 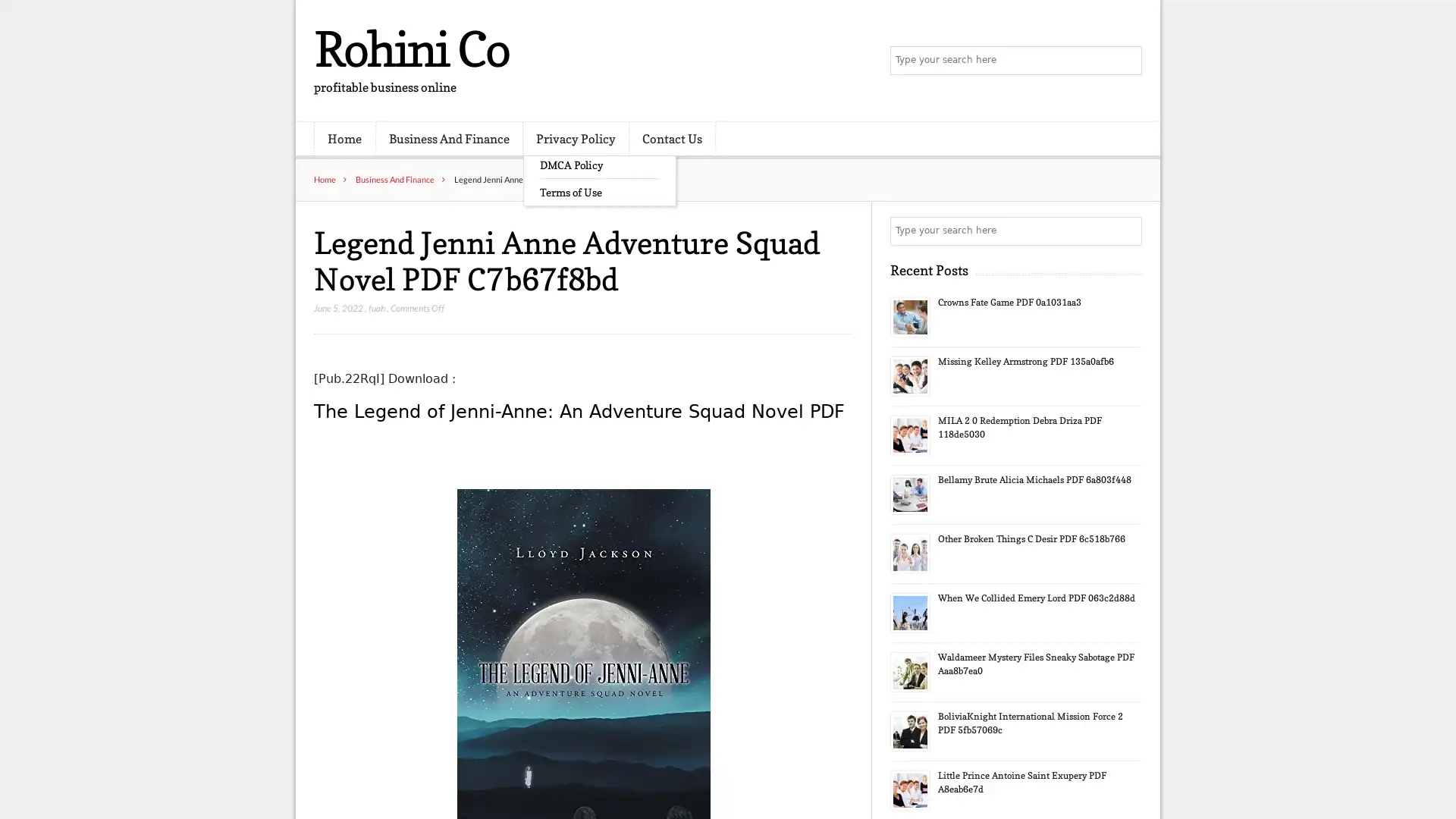 I want to click on Search, so click(x=1126, y=231).